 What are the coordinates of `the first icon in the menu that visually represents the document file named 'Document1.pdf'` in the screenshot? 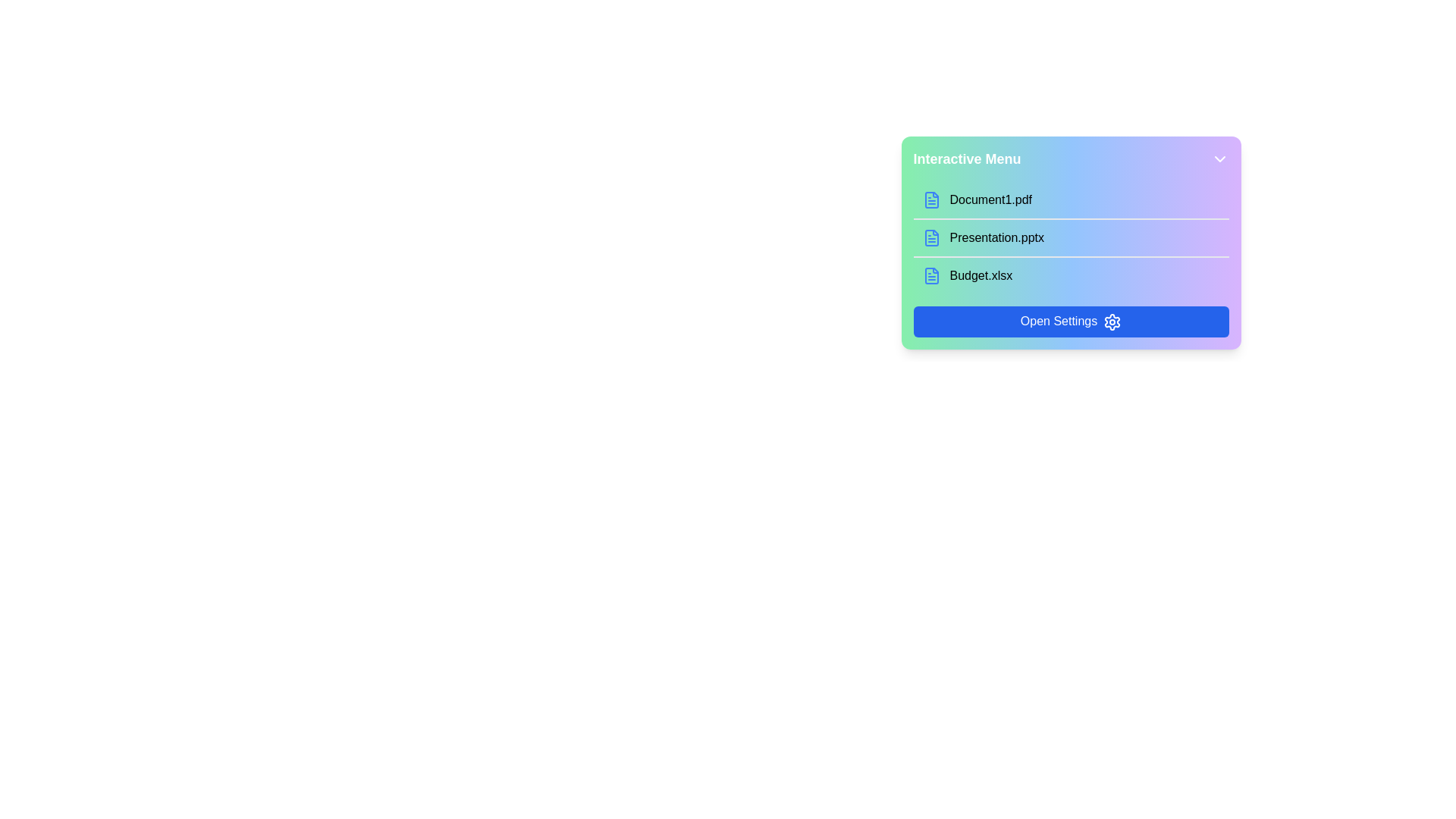 It's located at (930, 199).